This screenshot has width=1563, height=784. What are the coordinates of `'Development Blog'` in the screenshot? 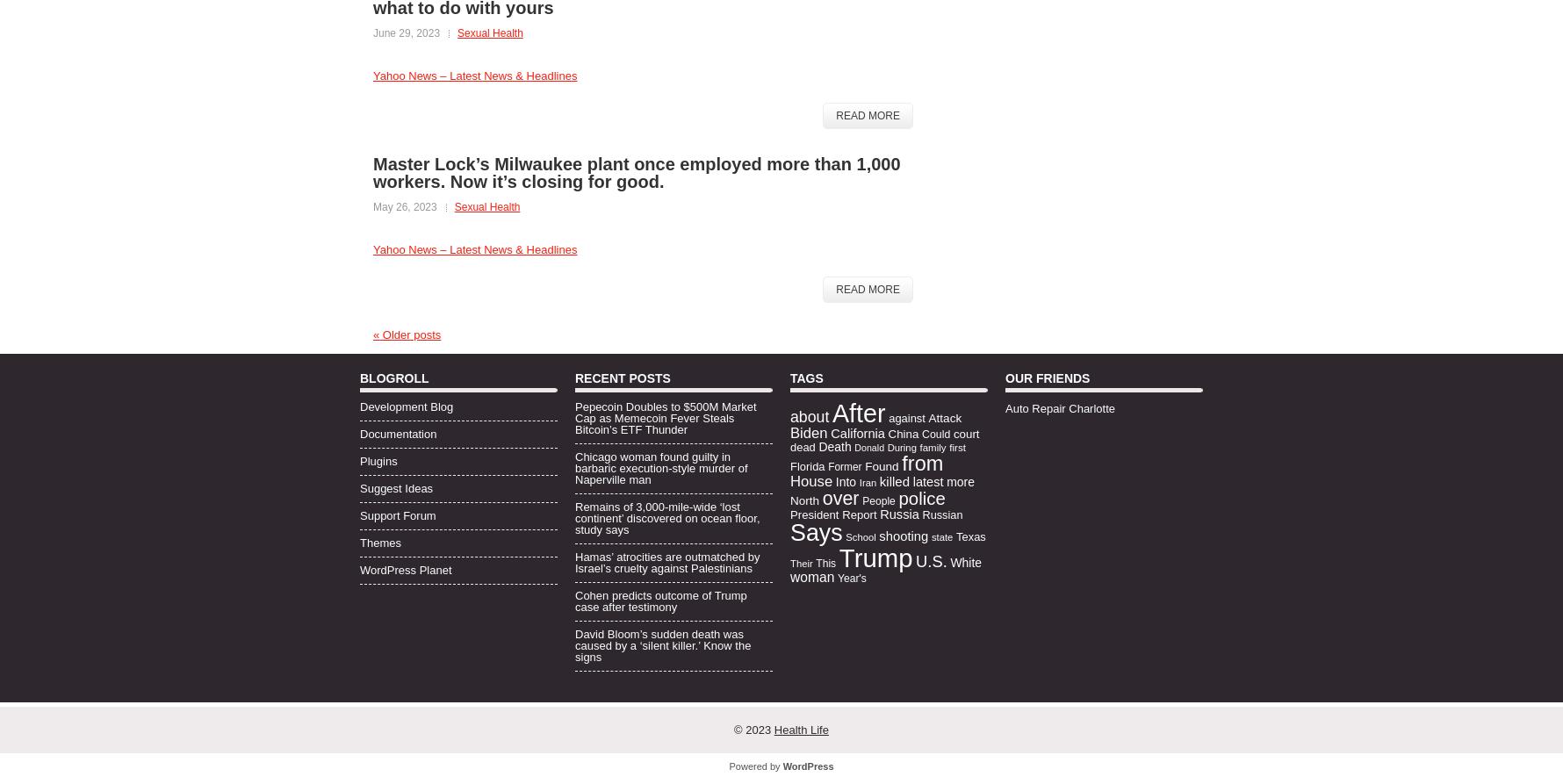 It's located at (406, 406).